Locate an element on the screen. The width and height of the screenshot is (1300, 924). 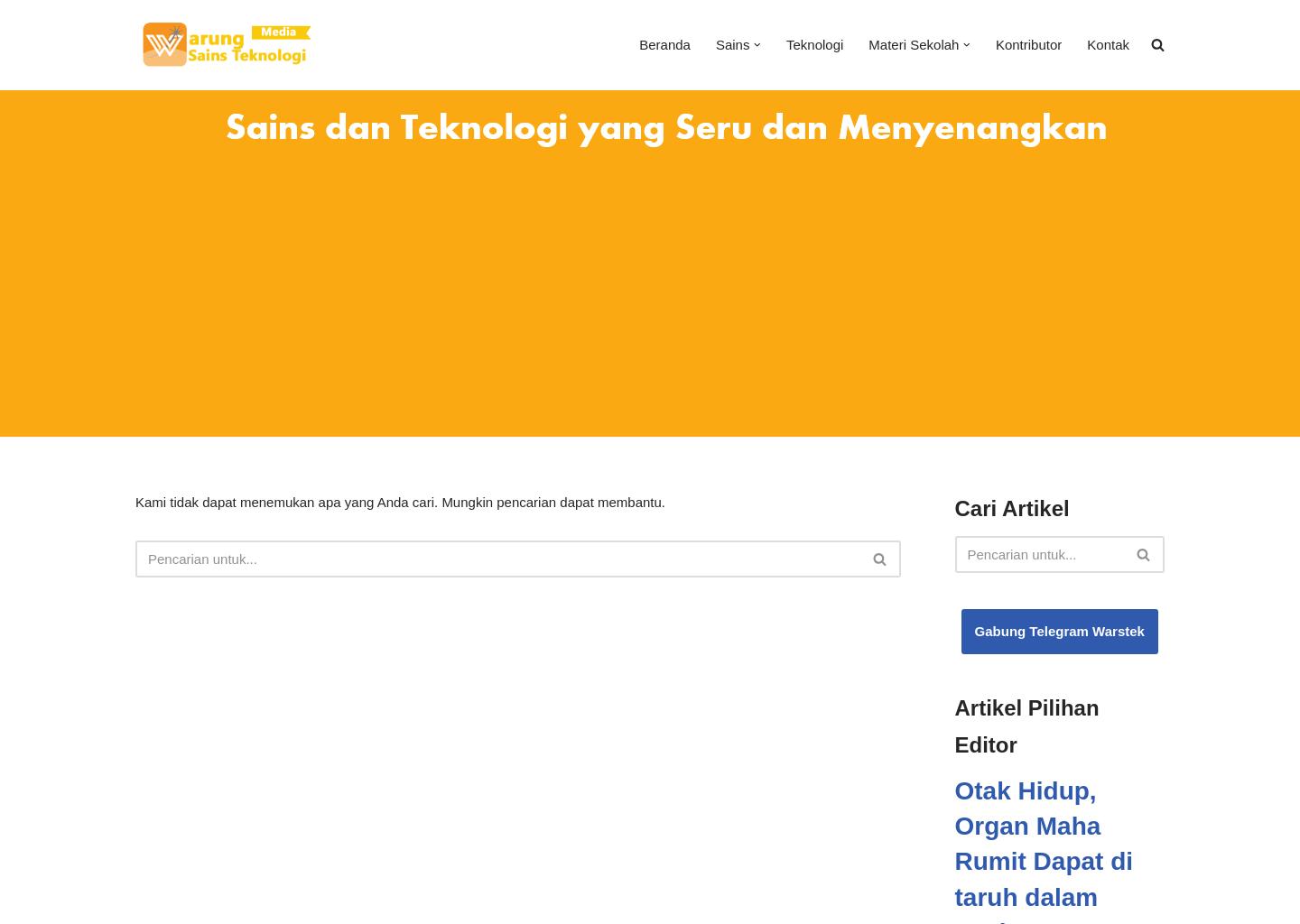
'Lompat ke konten' is located at coordinates (35, 70).